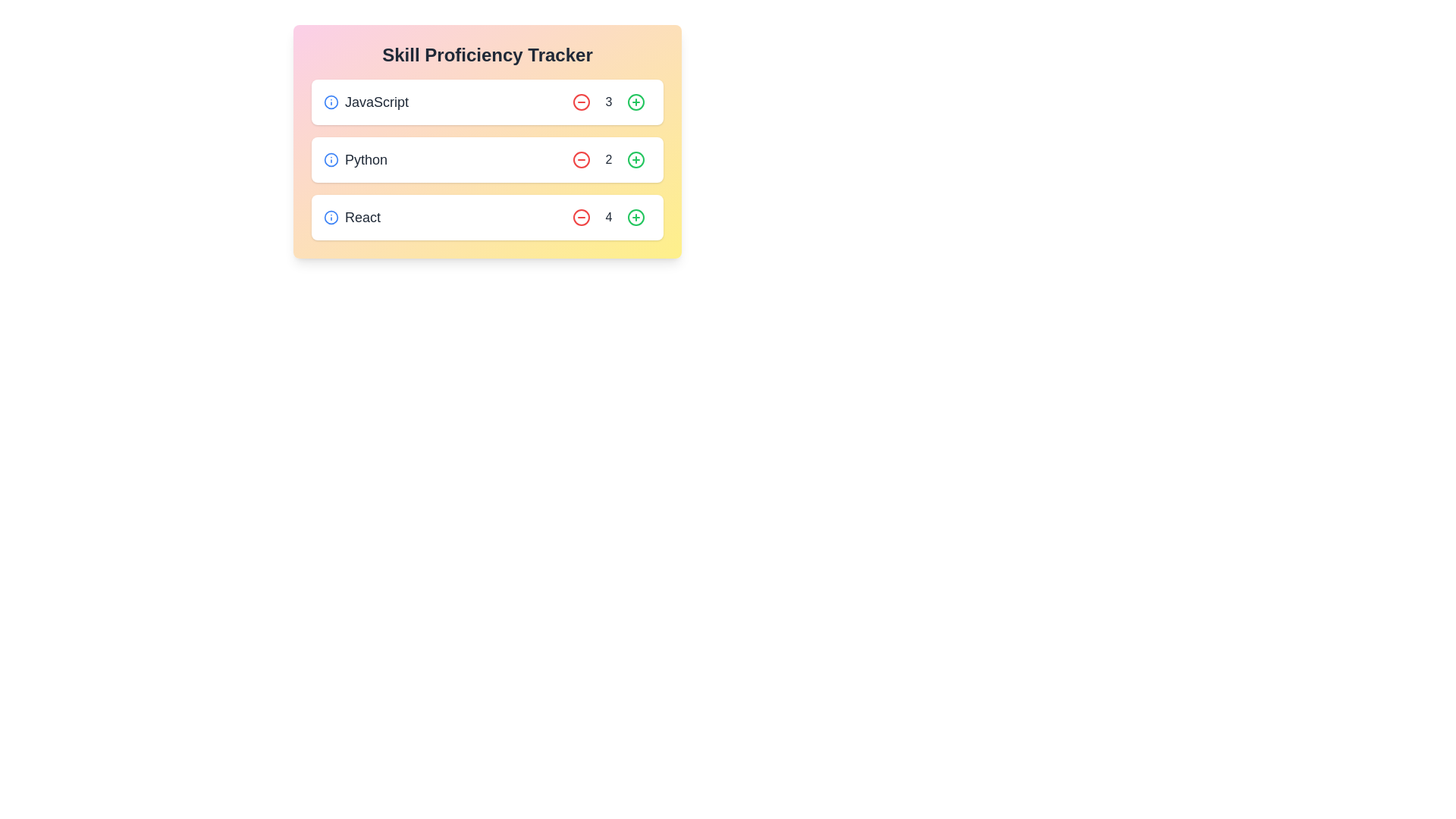  I want to click on '+' button to increase the proficiency level of the skill React, so click(636, 217).